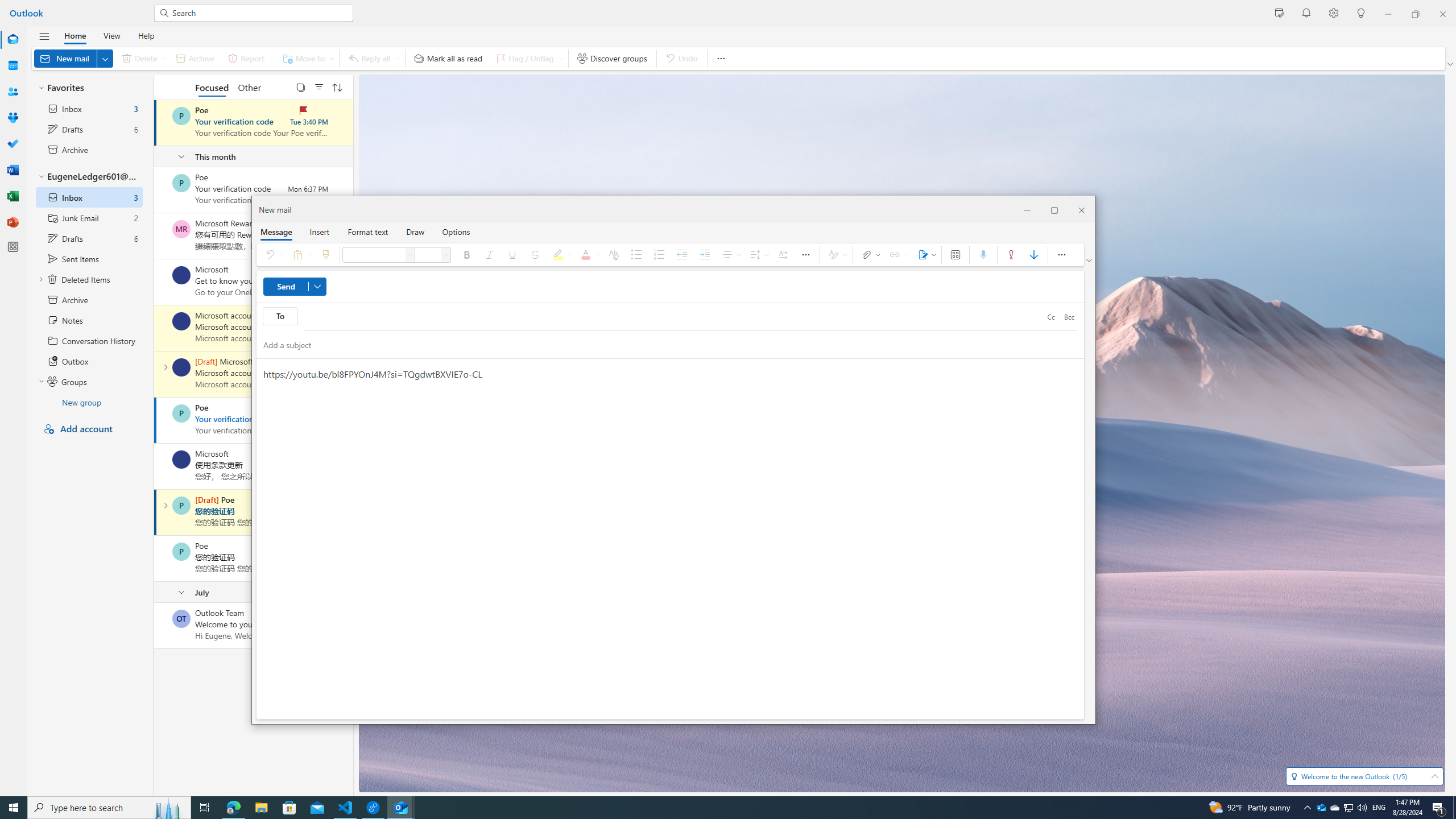 The height and width of the screenshot is (819, 1456). Describe the element at coordinates (248, 58) in the screenshot. I see `'Report'` at that location.